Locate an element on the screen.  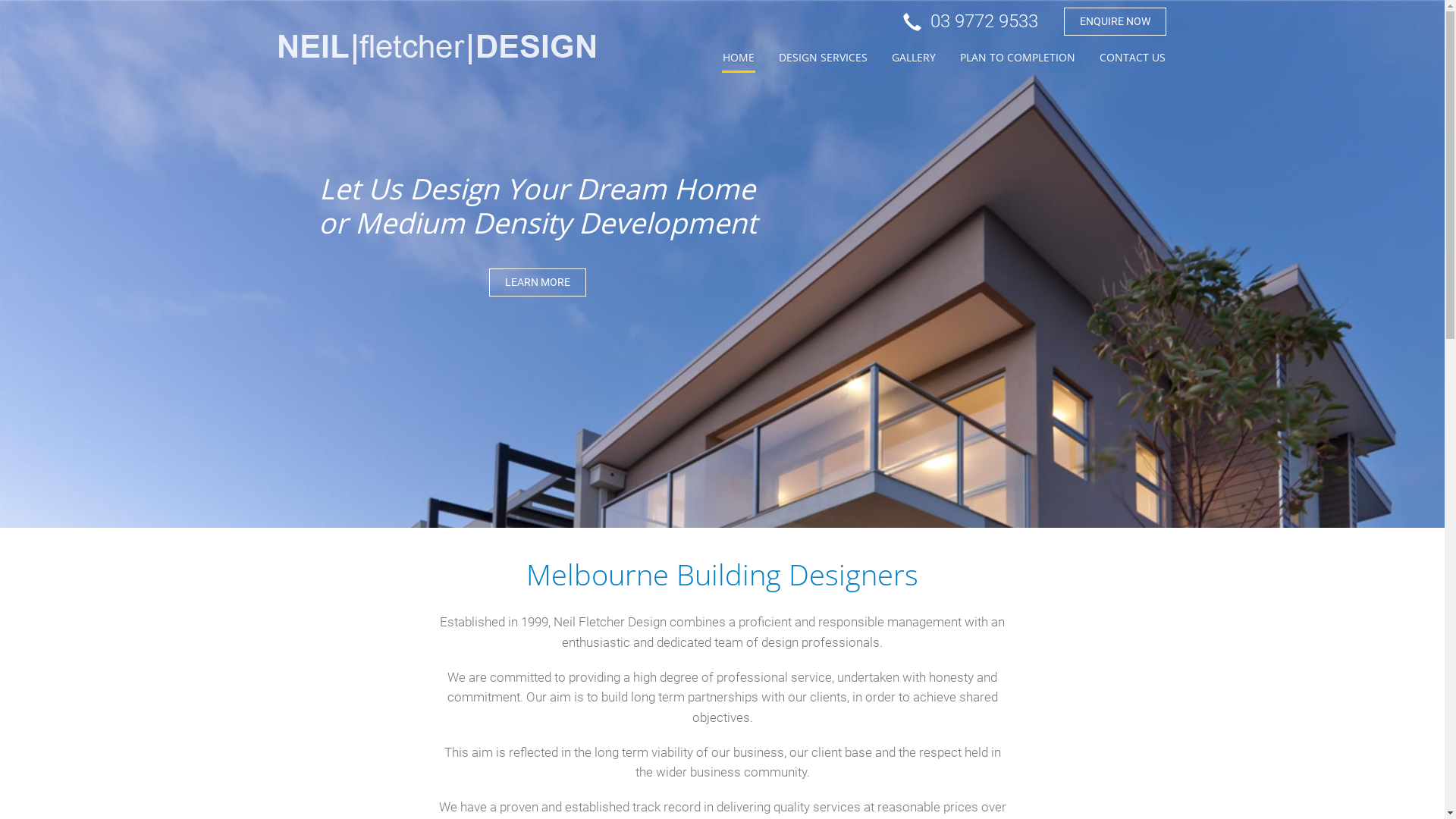
'ENQUIRE NOW' is located at coordinates (1114, 21).